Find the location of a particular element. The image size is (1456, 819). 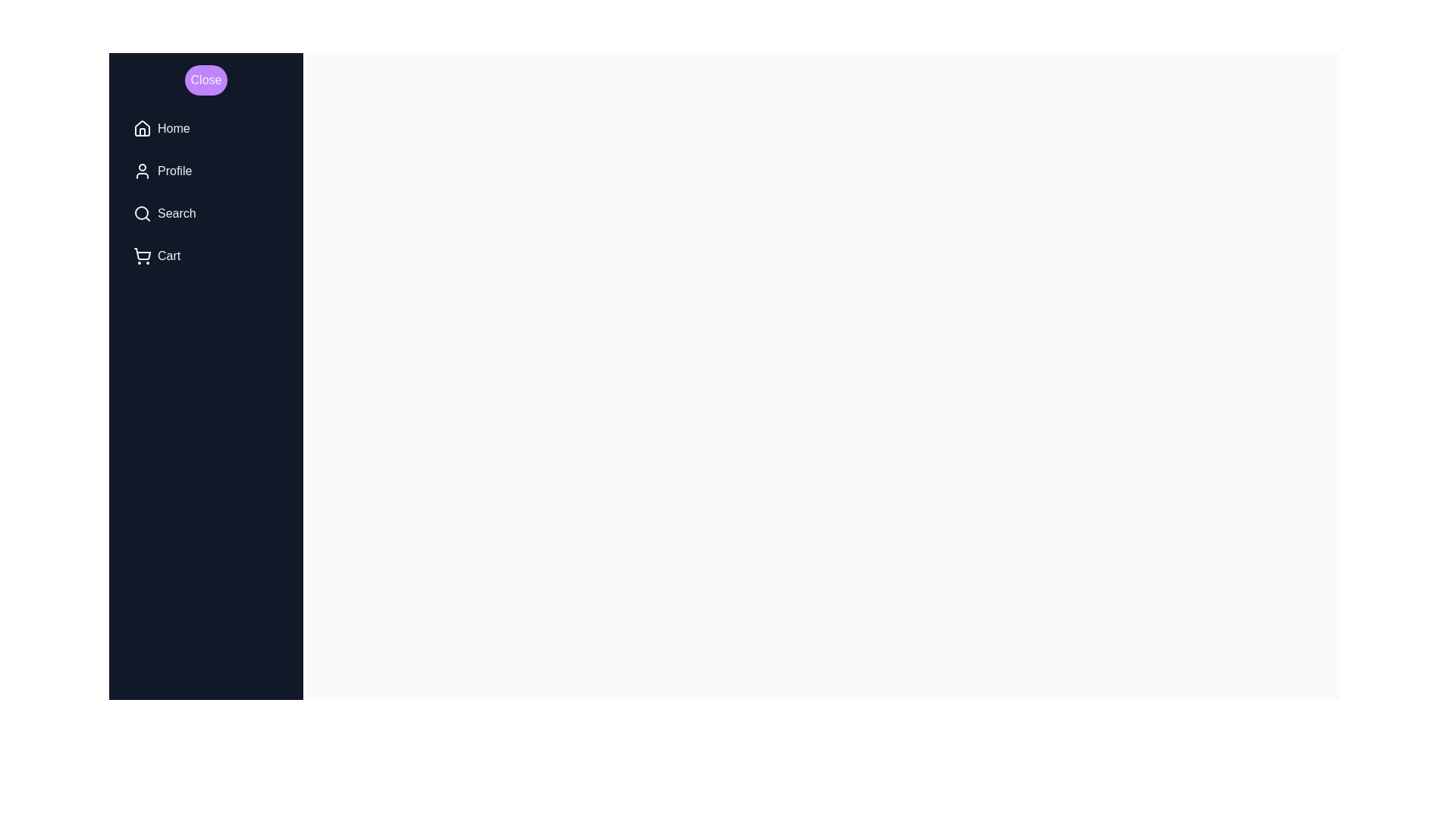

the menu item Cart to select it is located at coordinates (206, 256).